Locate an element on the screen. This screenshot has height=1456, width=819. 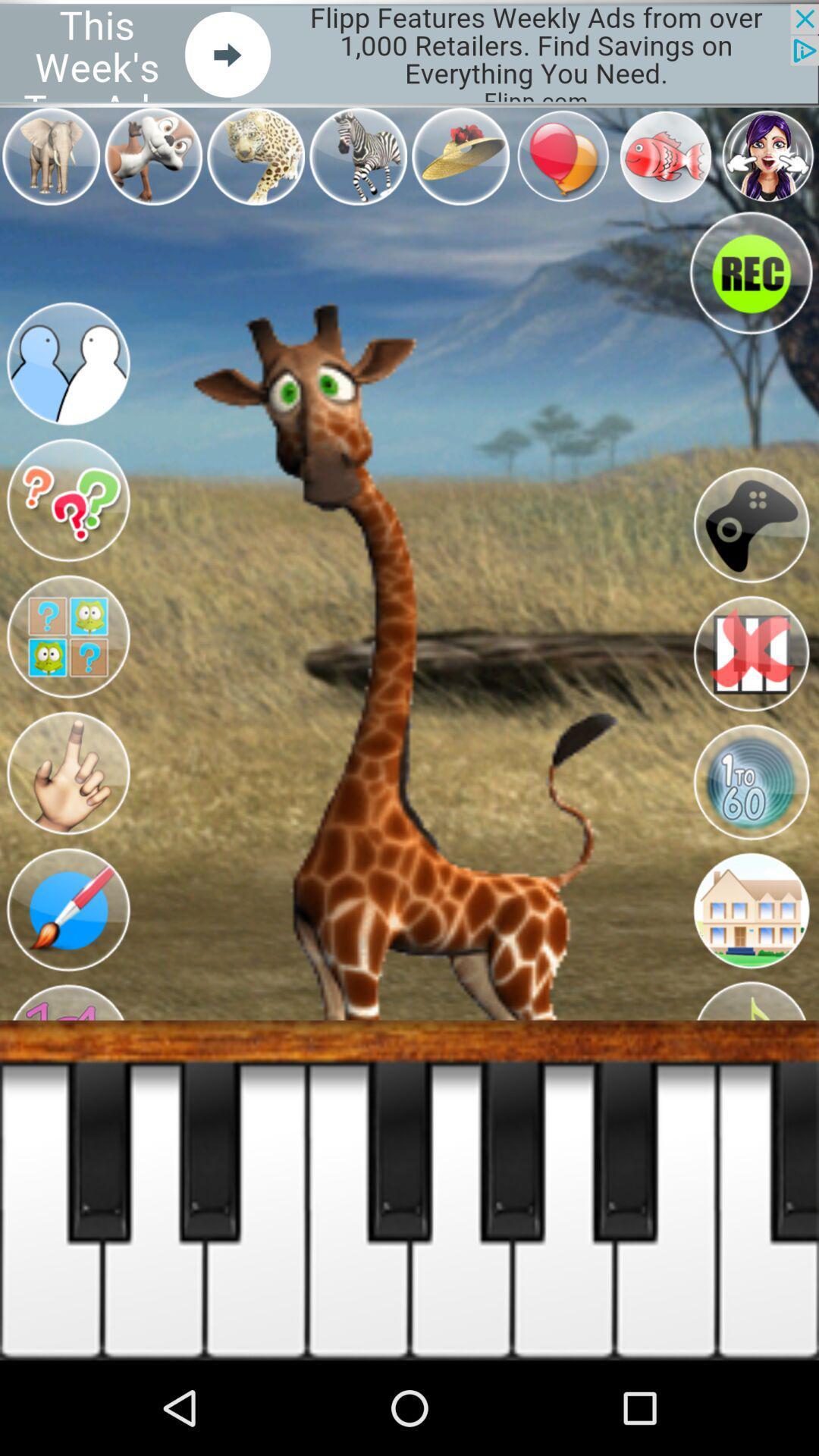
the help icon is located at coordinates (67, 535).